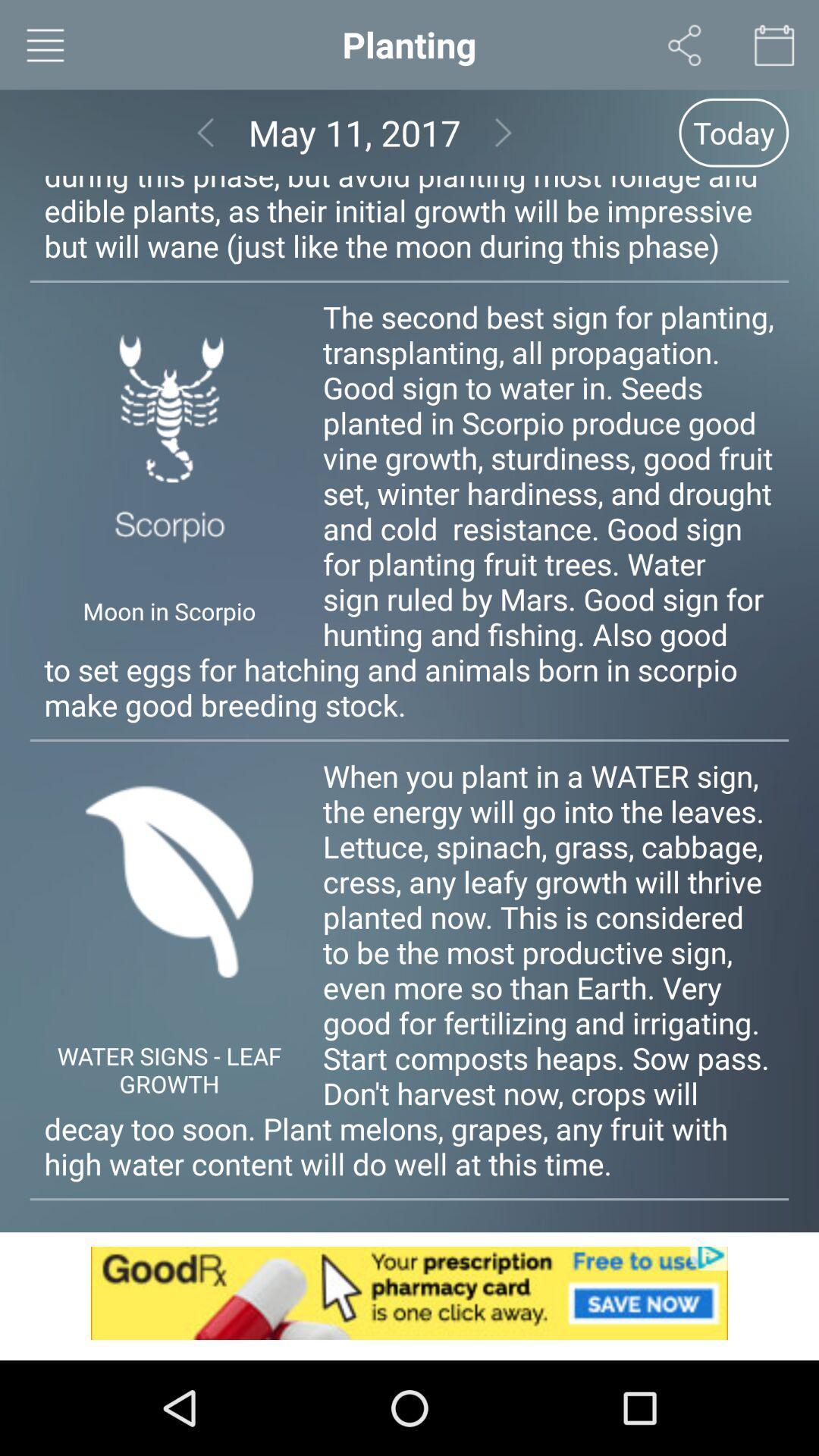 This screenshot has width=819, height=1456. Describe the element at coordinates (504, 133) in the screenshot. I see `next day` at that location.